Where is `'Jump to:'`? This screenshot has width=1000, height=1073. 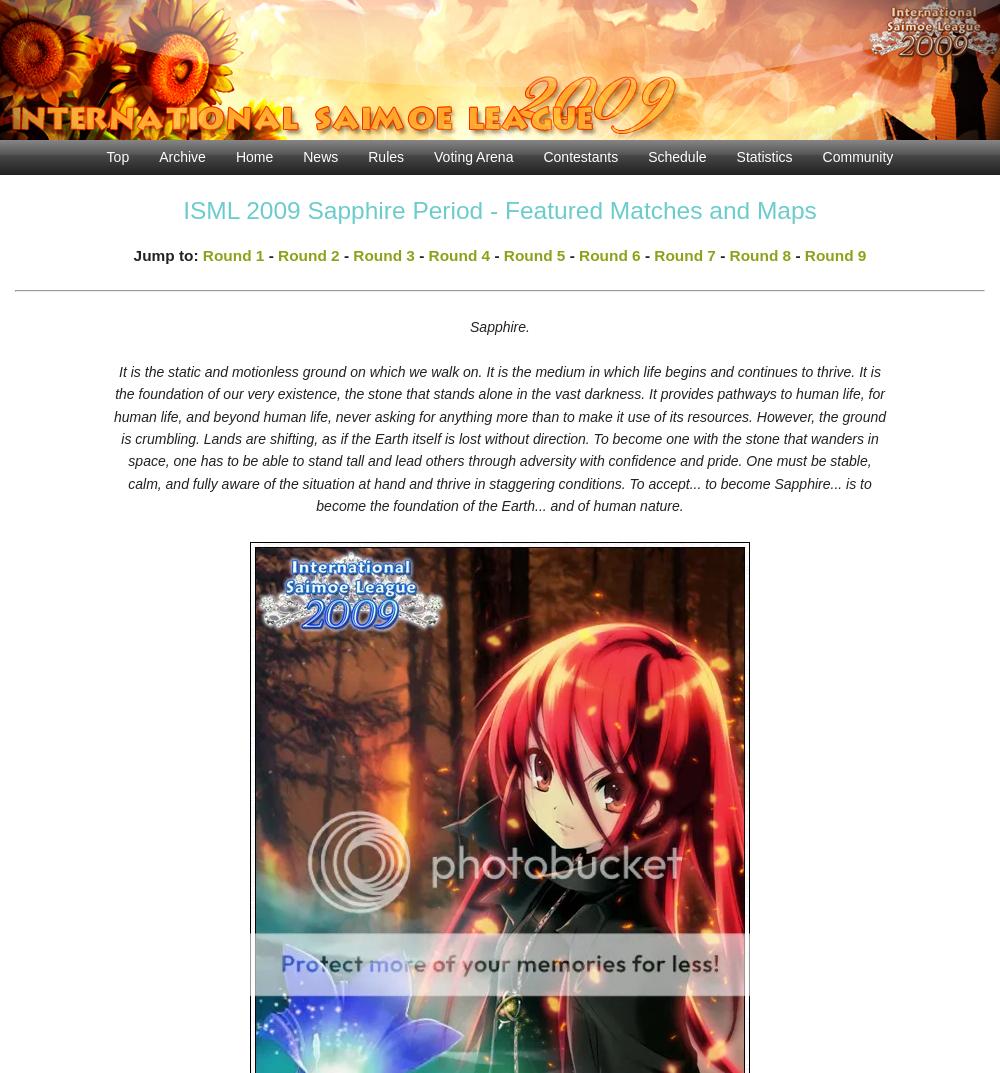 'Jump to:' is located at coordinates (167, 253).